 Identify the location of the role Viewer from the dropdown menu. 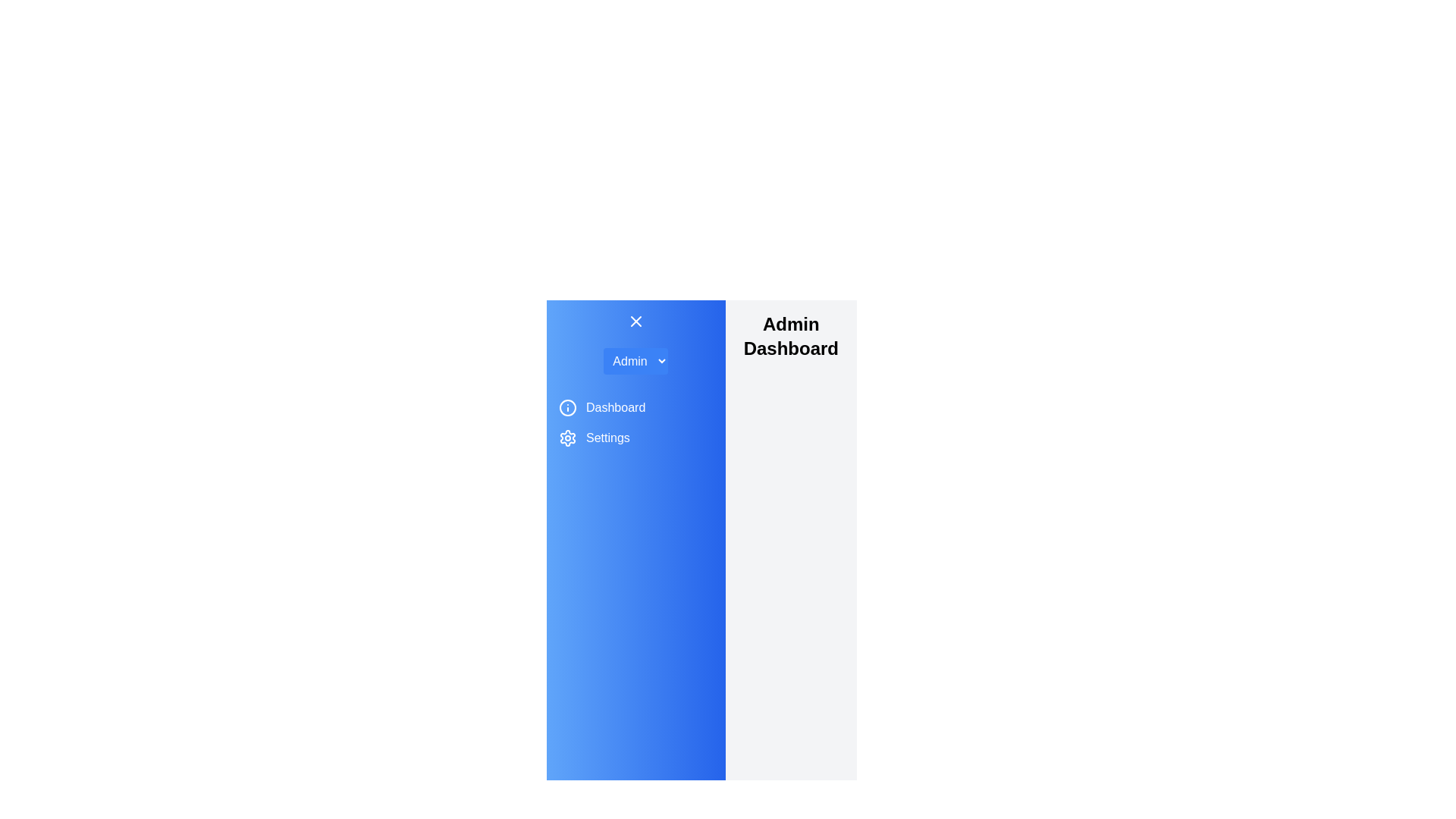
(635, 361).